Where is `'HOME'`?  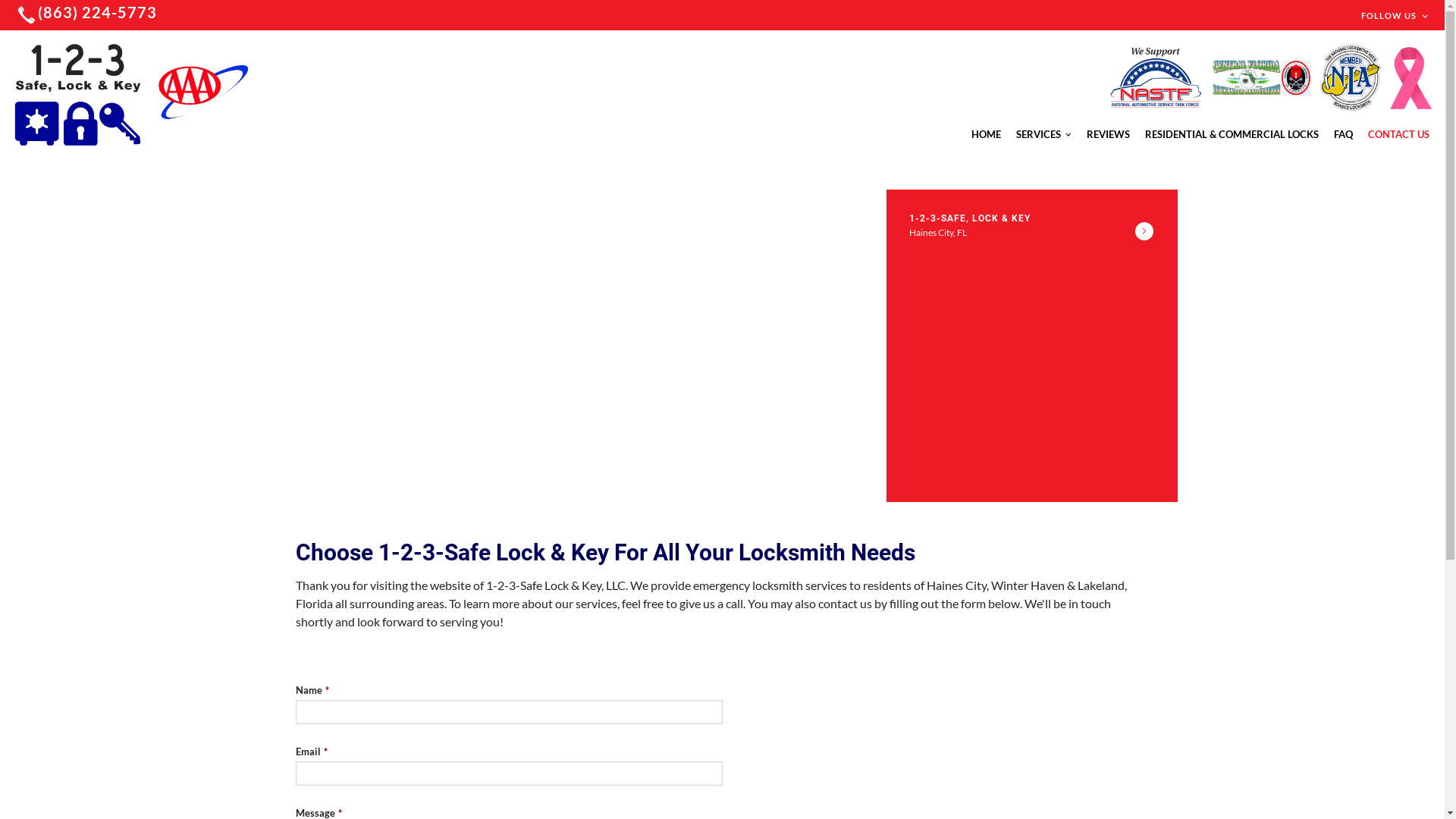 'HOME' is located at coordinates (971, 133).